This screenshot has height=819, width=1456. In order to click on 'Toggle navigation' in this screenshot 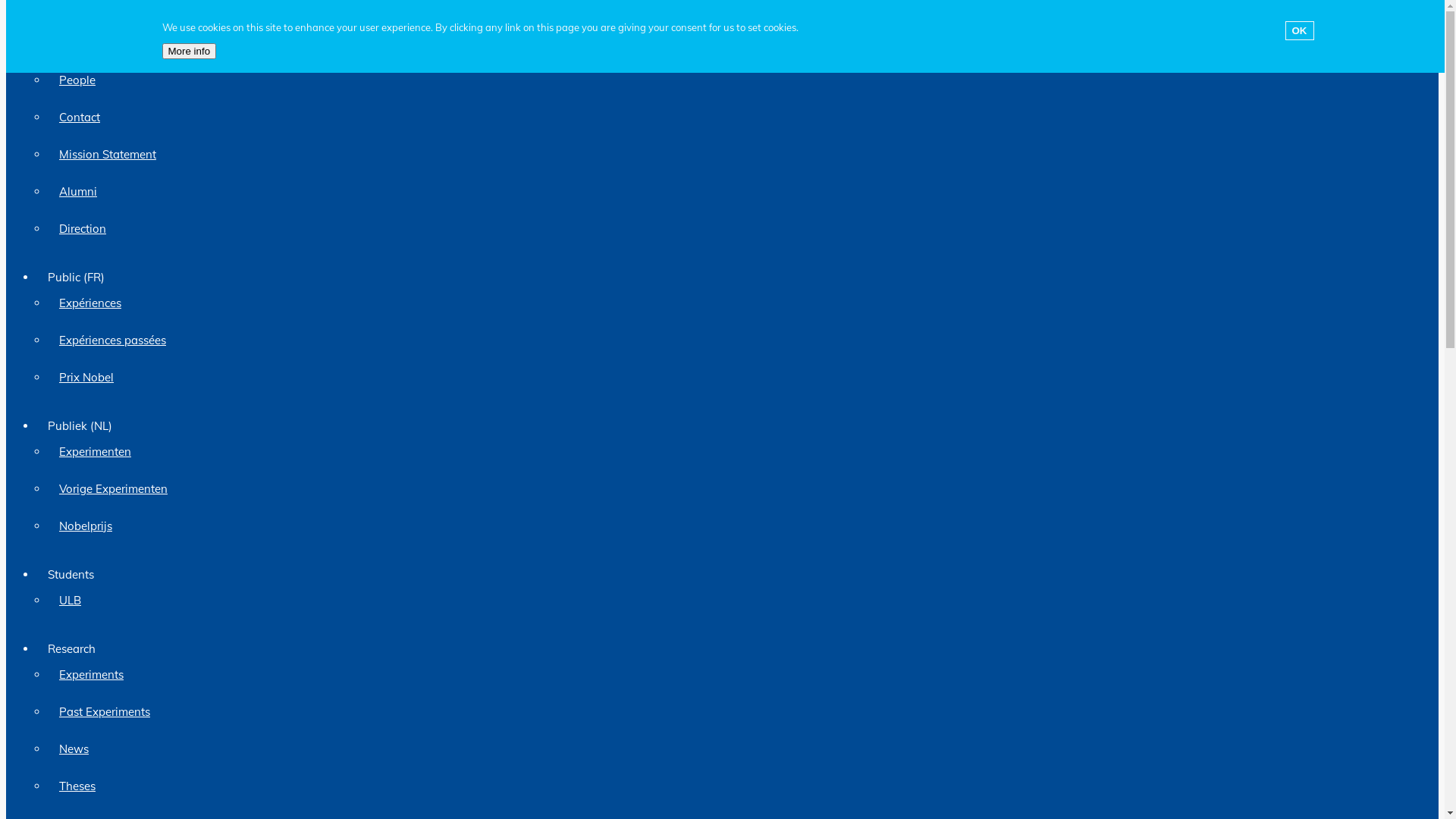, I will do `click(51, 16)`.